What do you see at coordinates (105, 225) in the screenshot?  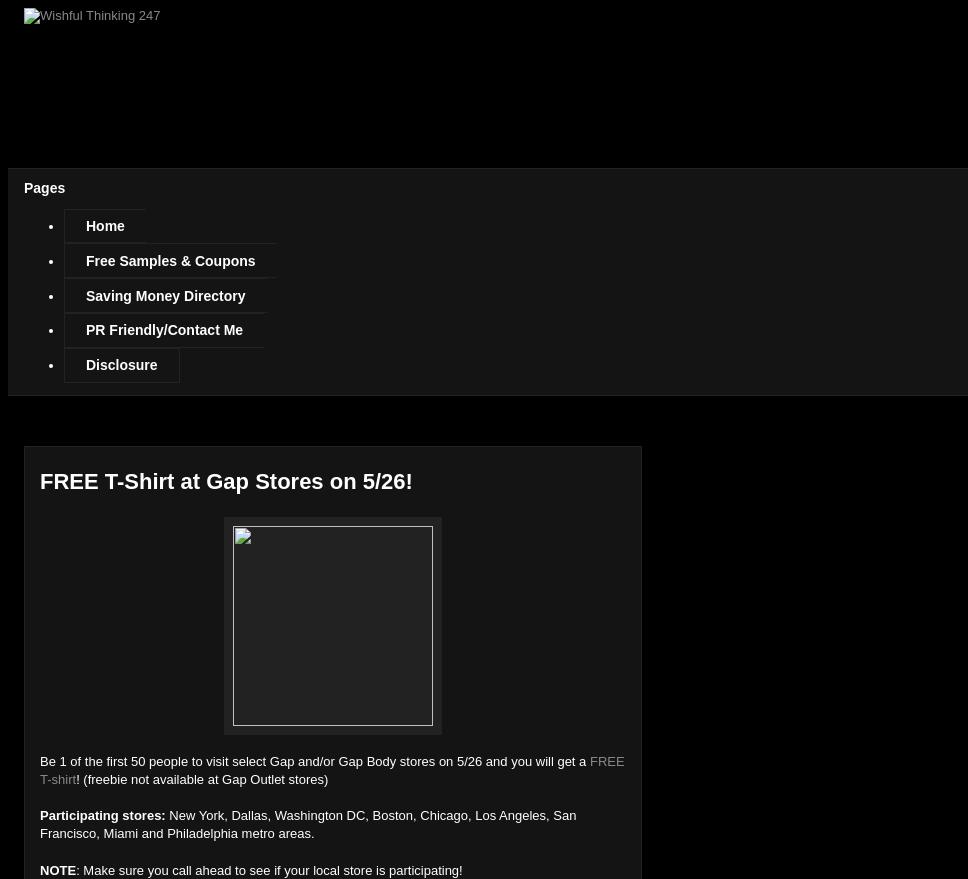 I see `'Home'` at bounding box center [105, 225].